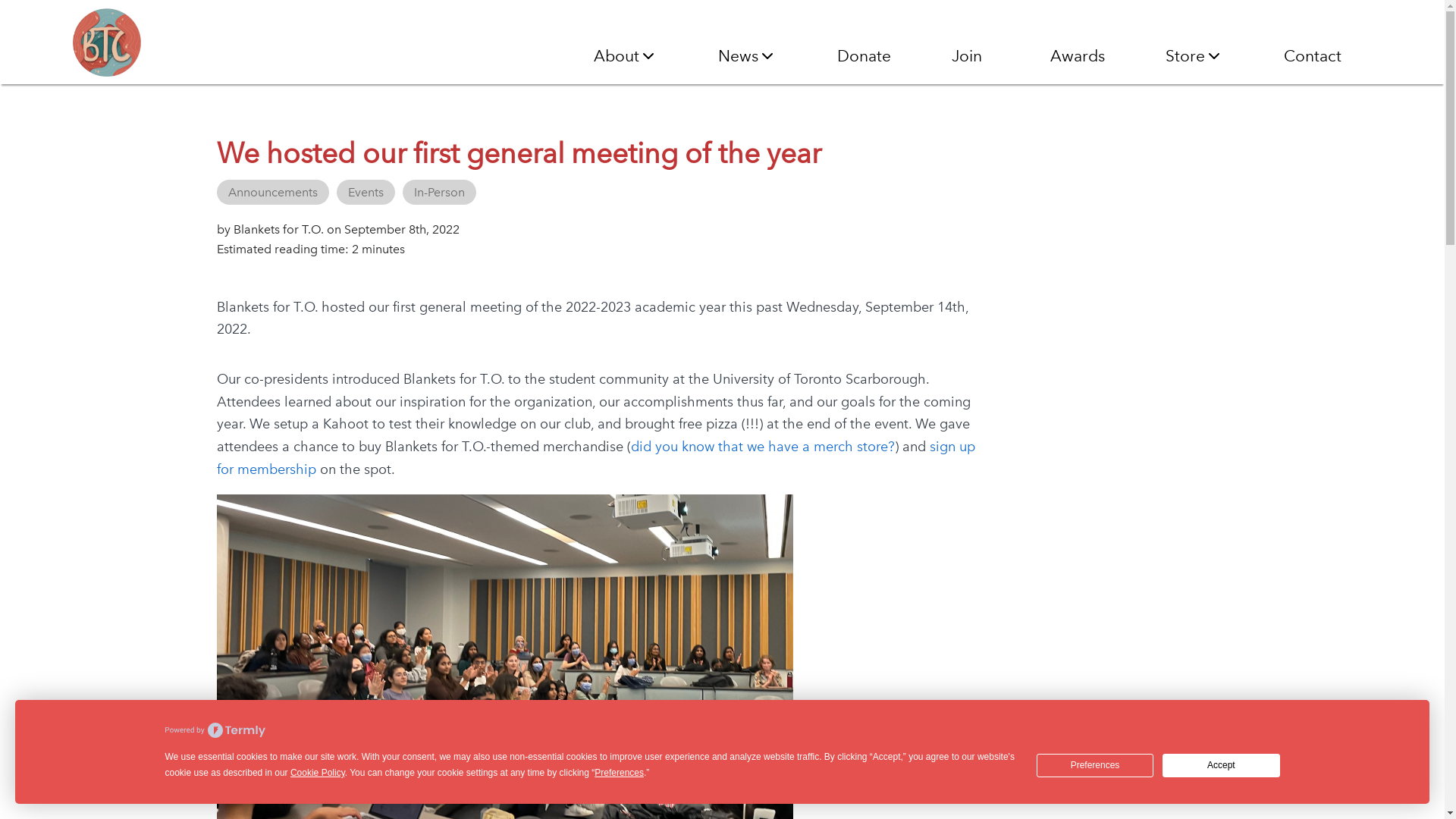  What do you see at coordinates (950, 55) in the screenshot?
I see `'Join'` at bounding box center [950, 55].